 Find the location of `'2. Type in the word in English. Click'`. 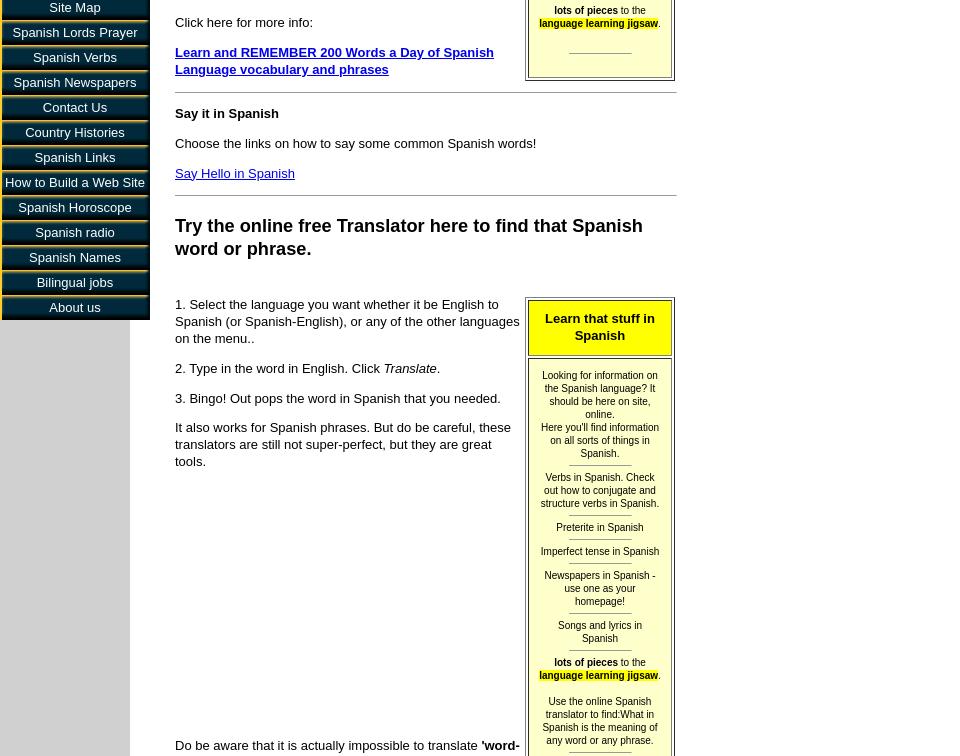

'2. Type in the word in English. Click' is located at coordinates (277, 367).